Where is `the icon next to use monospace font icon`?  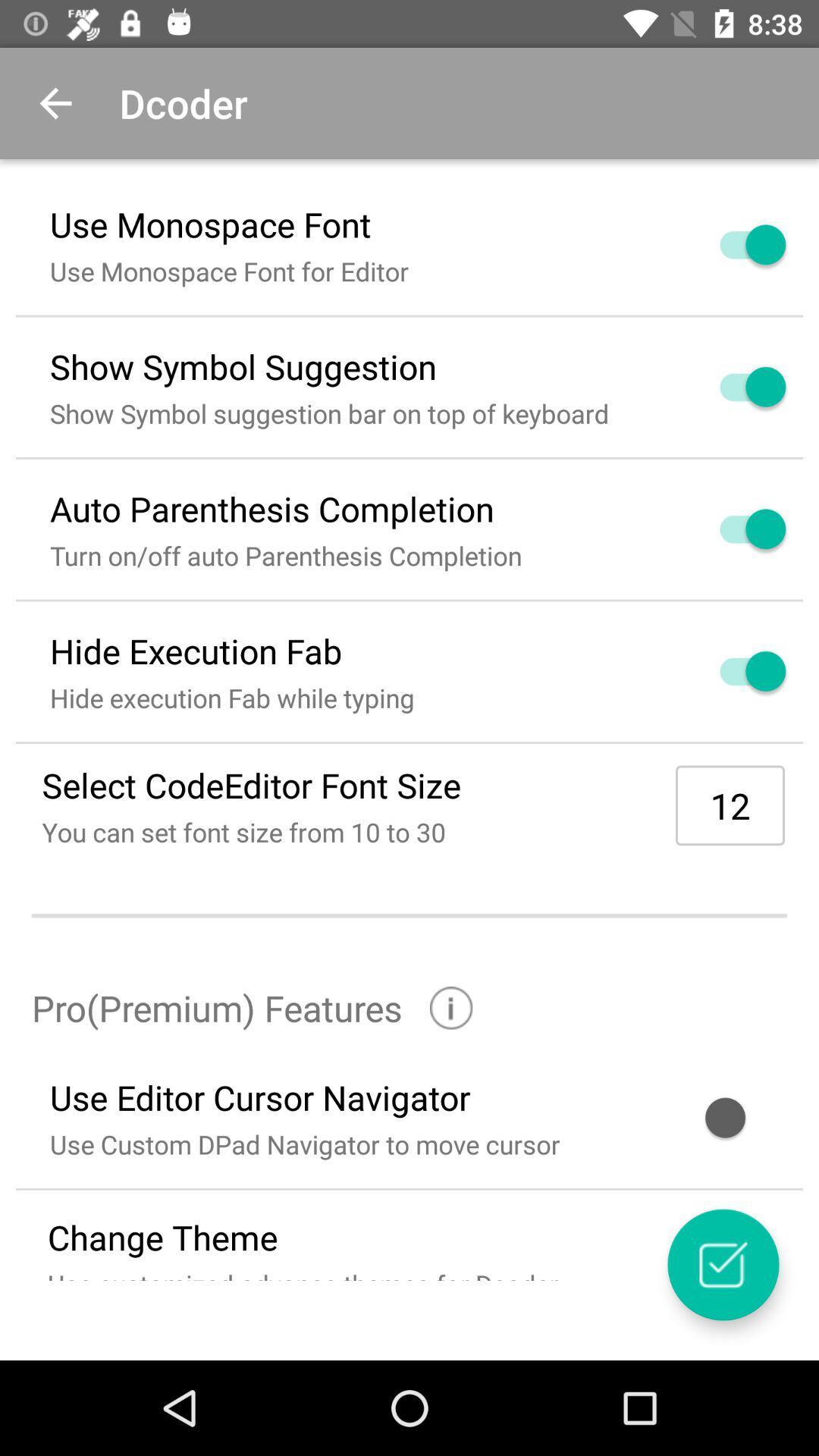
the icon next to use monospace font icon is located at coordinates (734, 244).